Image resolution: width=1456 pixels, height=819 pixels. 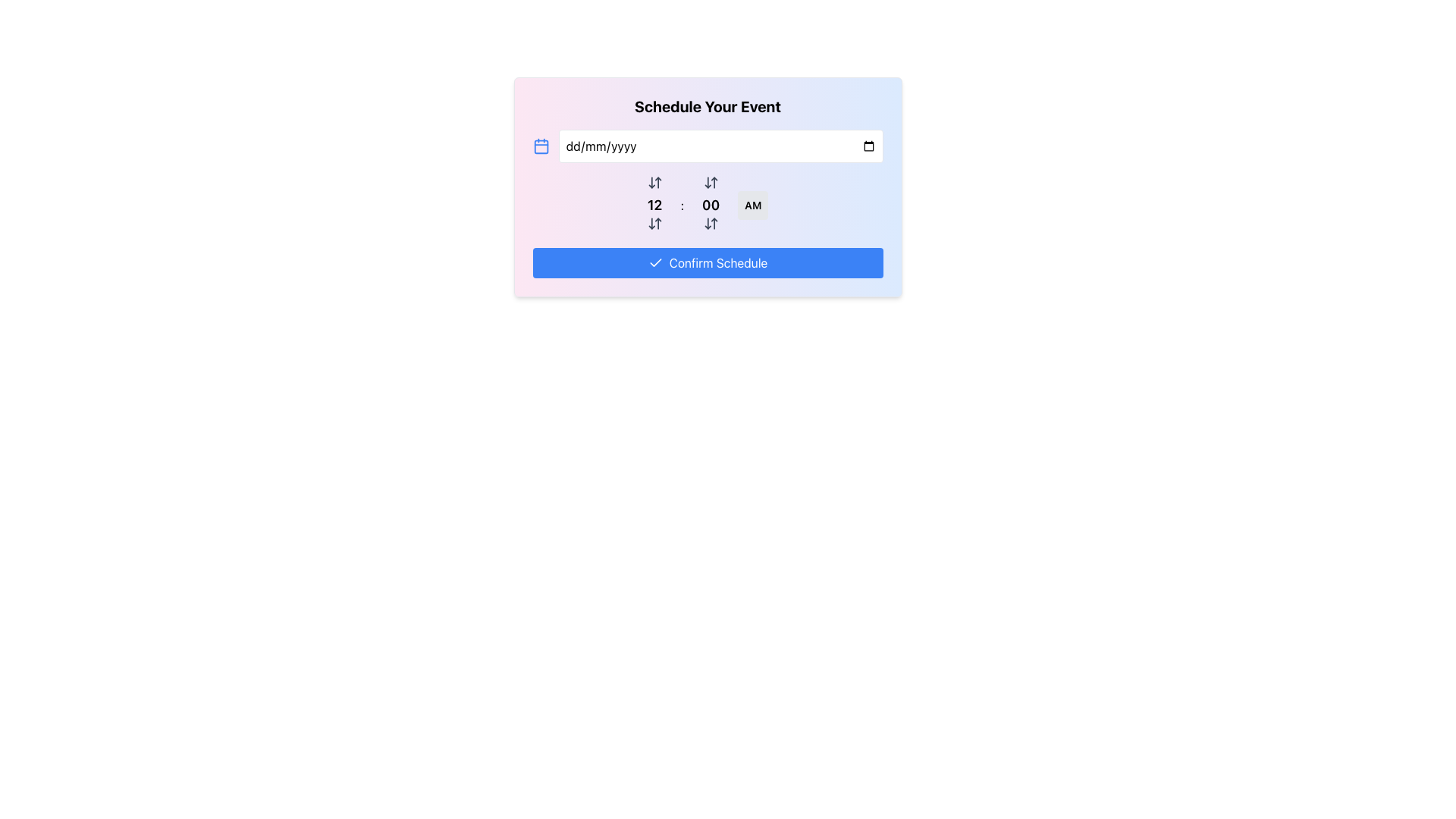 I want to click on displayed value from the minute component in the time picker, located to the right of the hour display and to the left of the AM/PM selection button, so click(x=710, y=205).